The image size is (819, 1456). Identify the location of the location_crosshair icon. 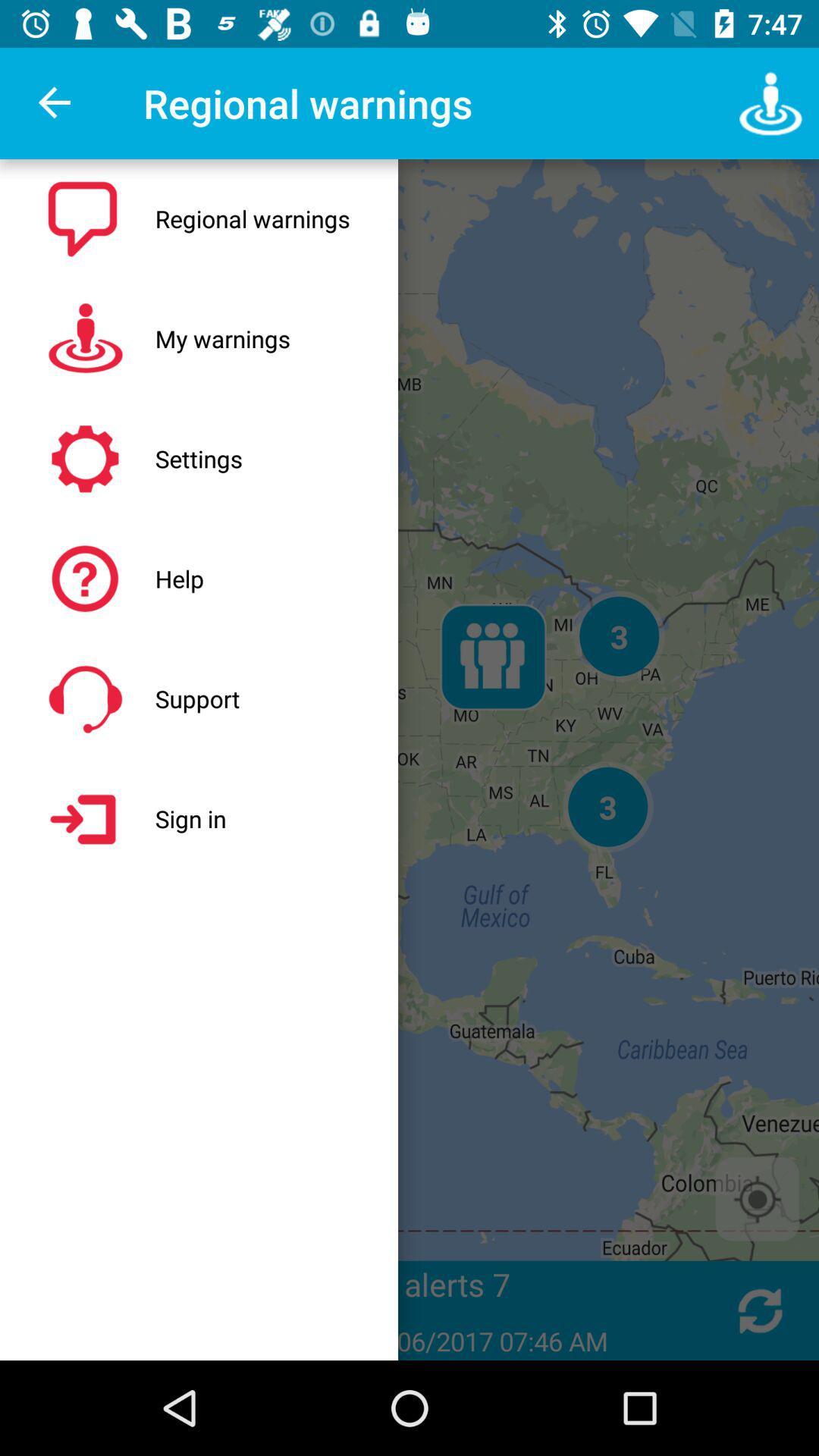
(757, 1198).